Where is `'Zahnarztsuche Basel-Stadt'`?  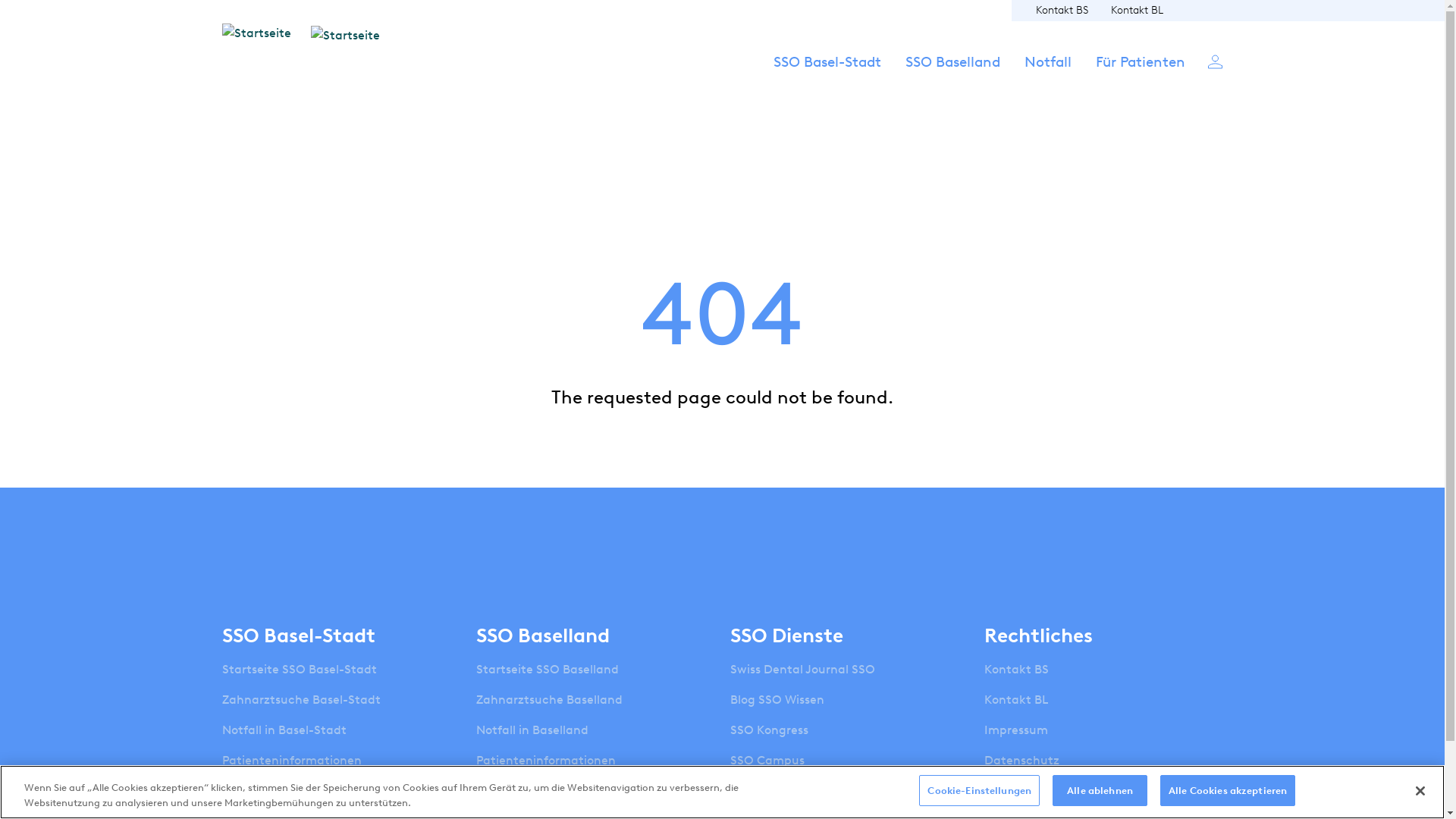
'Zahnarztsuche Basel-Stadt' is located at coordinates (300, 699).